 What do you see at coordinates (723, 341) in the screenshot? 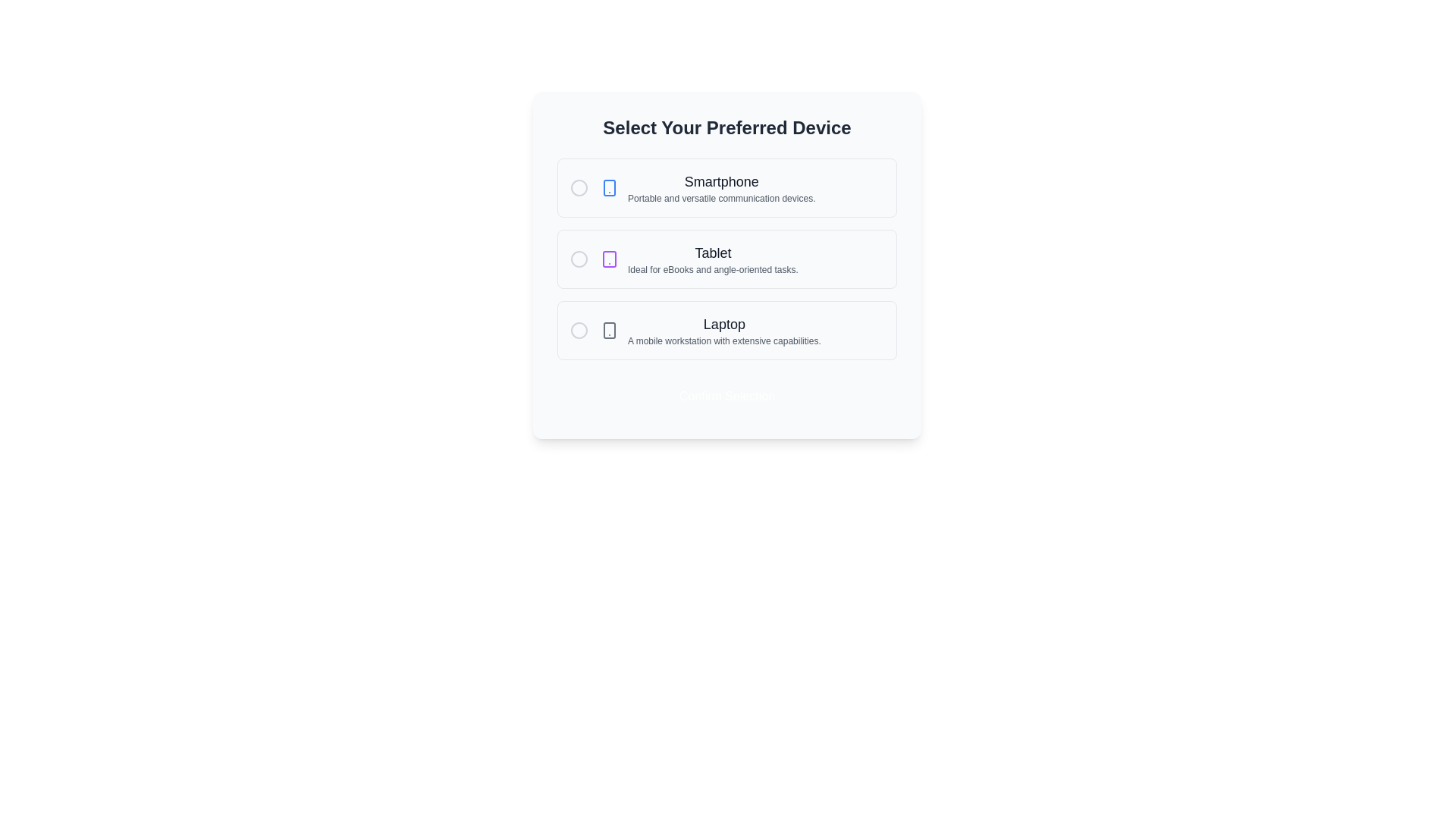
I see `descriptive text 'A mobile workstation with extensive capabilities.' located beneath the label 'Laptop' in the selection panel` at bounding box center [723, 341].